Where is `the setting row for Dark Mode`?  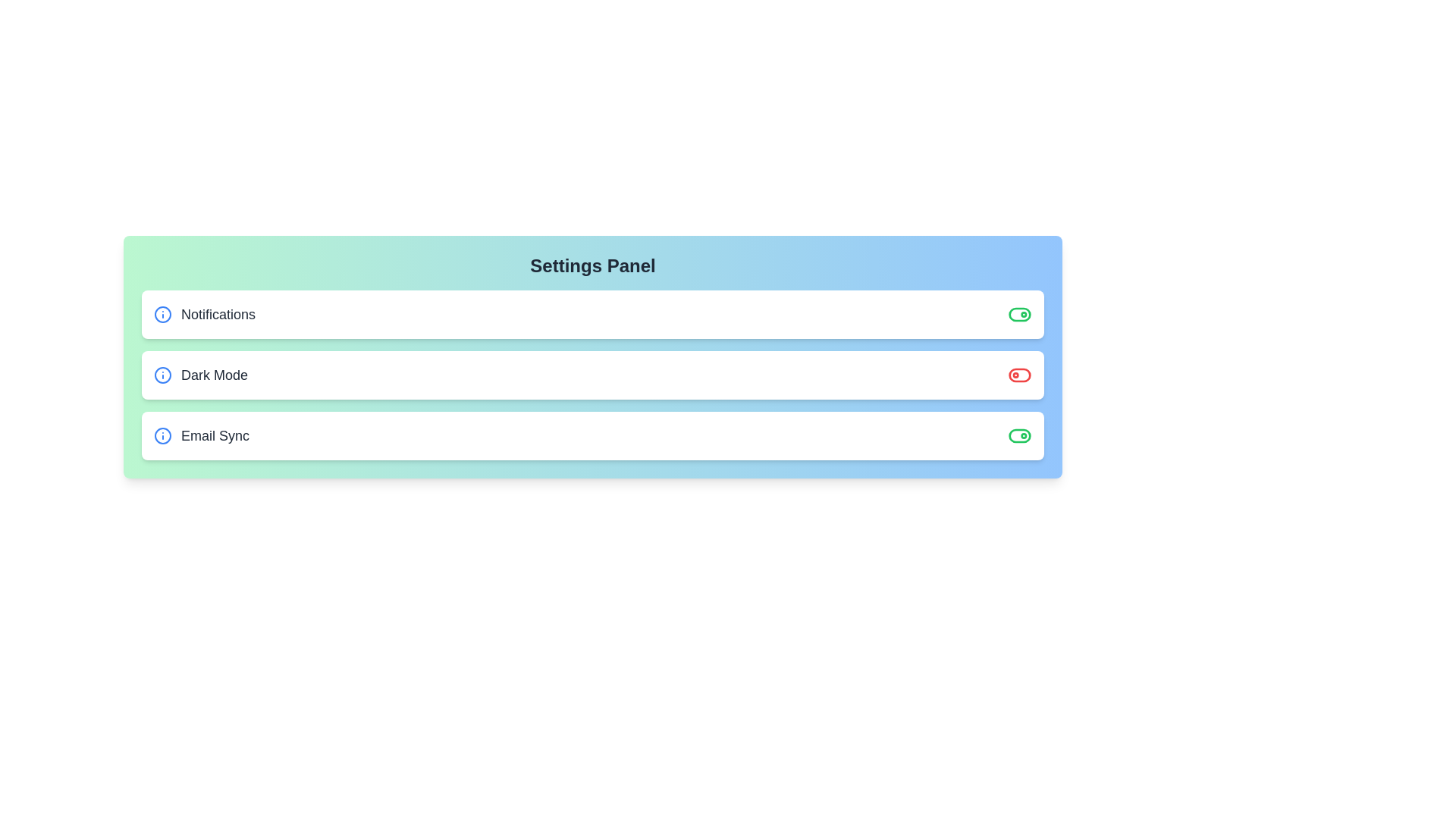
the setting row for Dark Mode is located at coordinates (592, 375).